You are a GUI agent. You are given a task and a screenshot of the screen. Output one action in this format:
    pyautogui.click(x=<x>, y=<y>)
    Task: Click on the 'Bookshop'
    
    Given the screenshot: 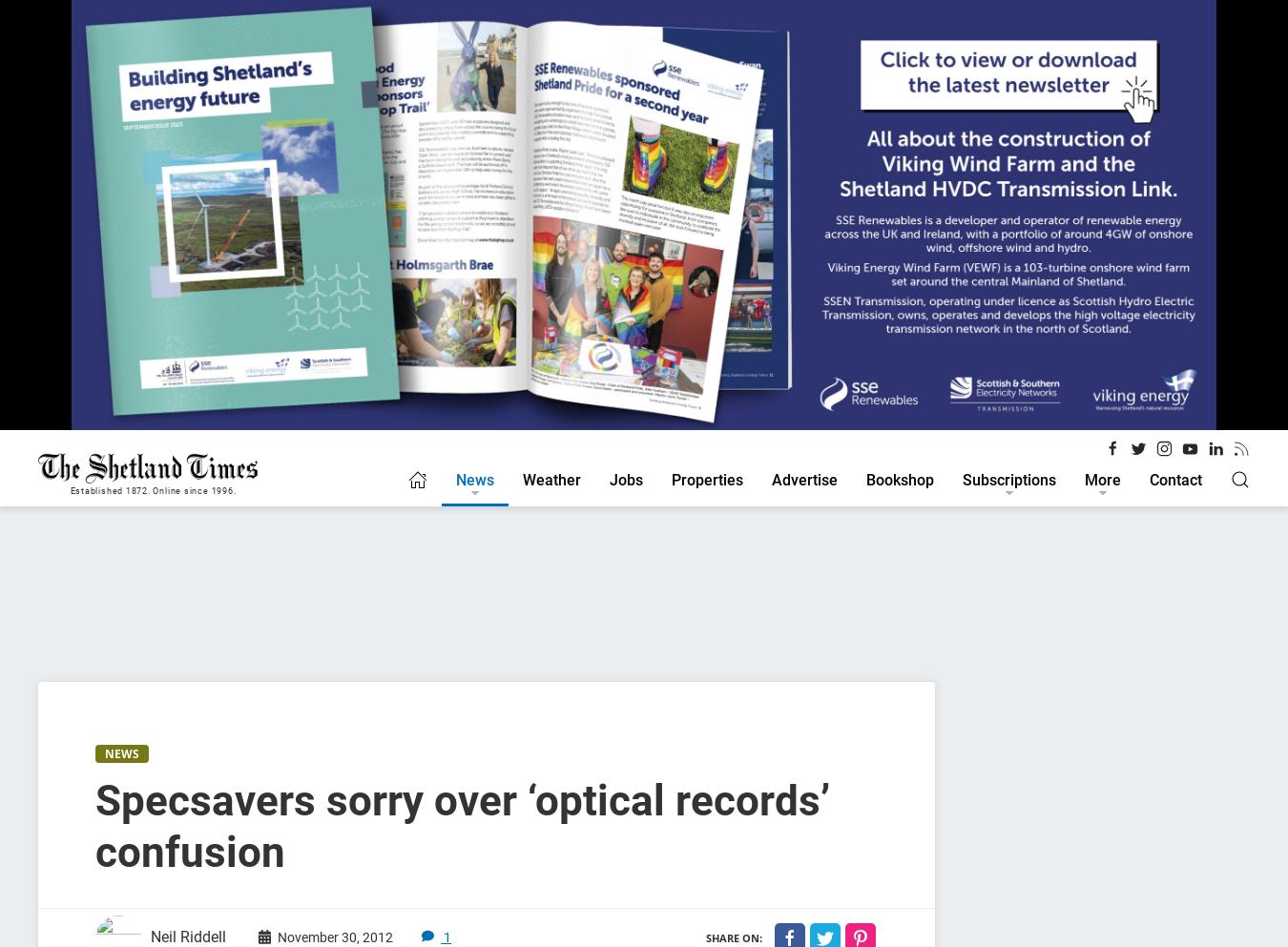 What is the action you would take?
    pyautogui.click(x=899, y=479)
    